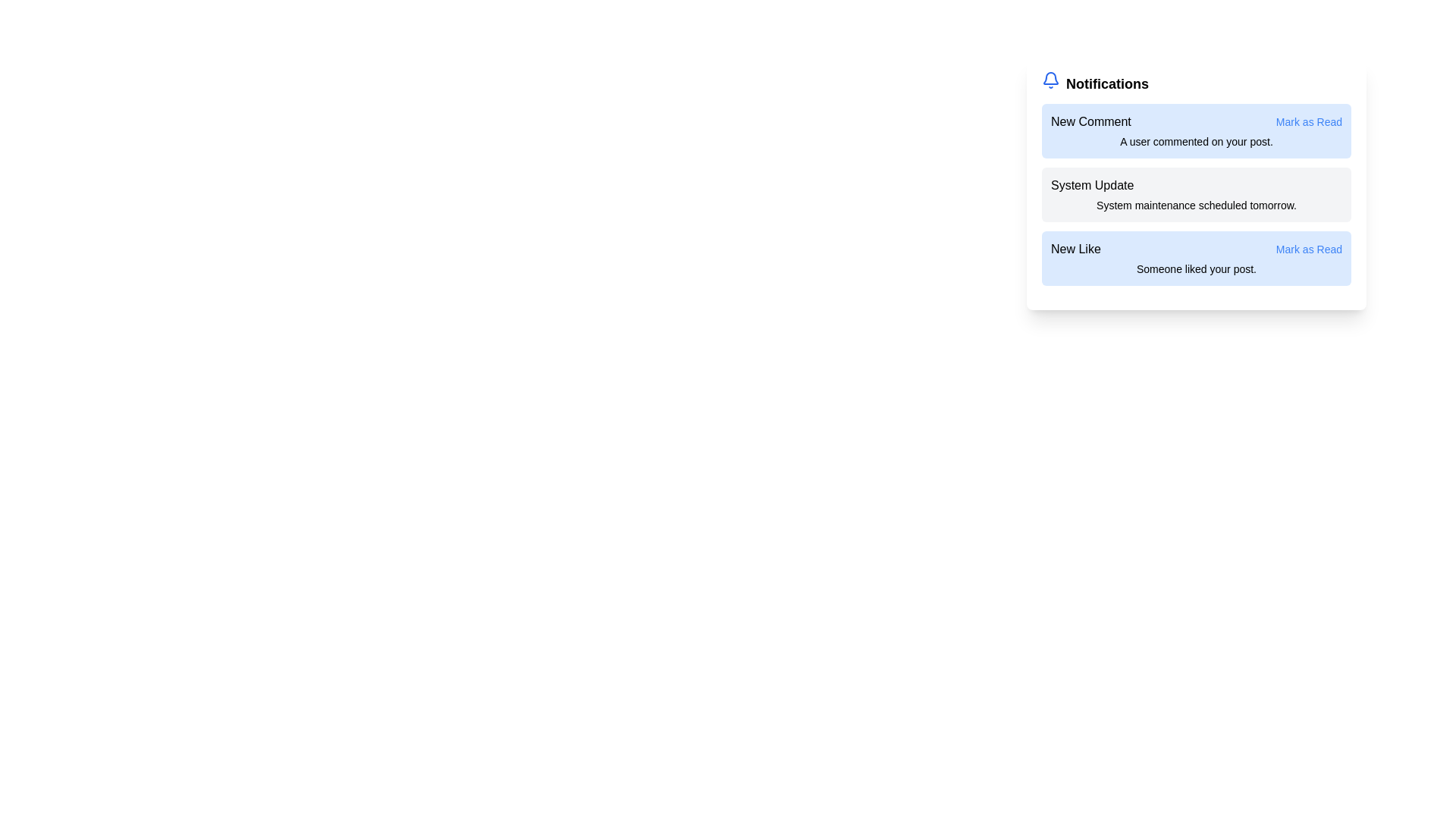 This screenshot has width=1456, height=819. I want to click on the 'Mark as Read' button for the notification titled New Comment, so click(1308, 121).